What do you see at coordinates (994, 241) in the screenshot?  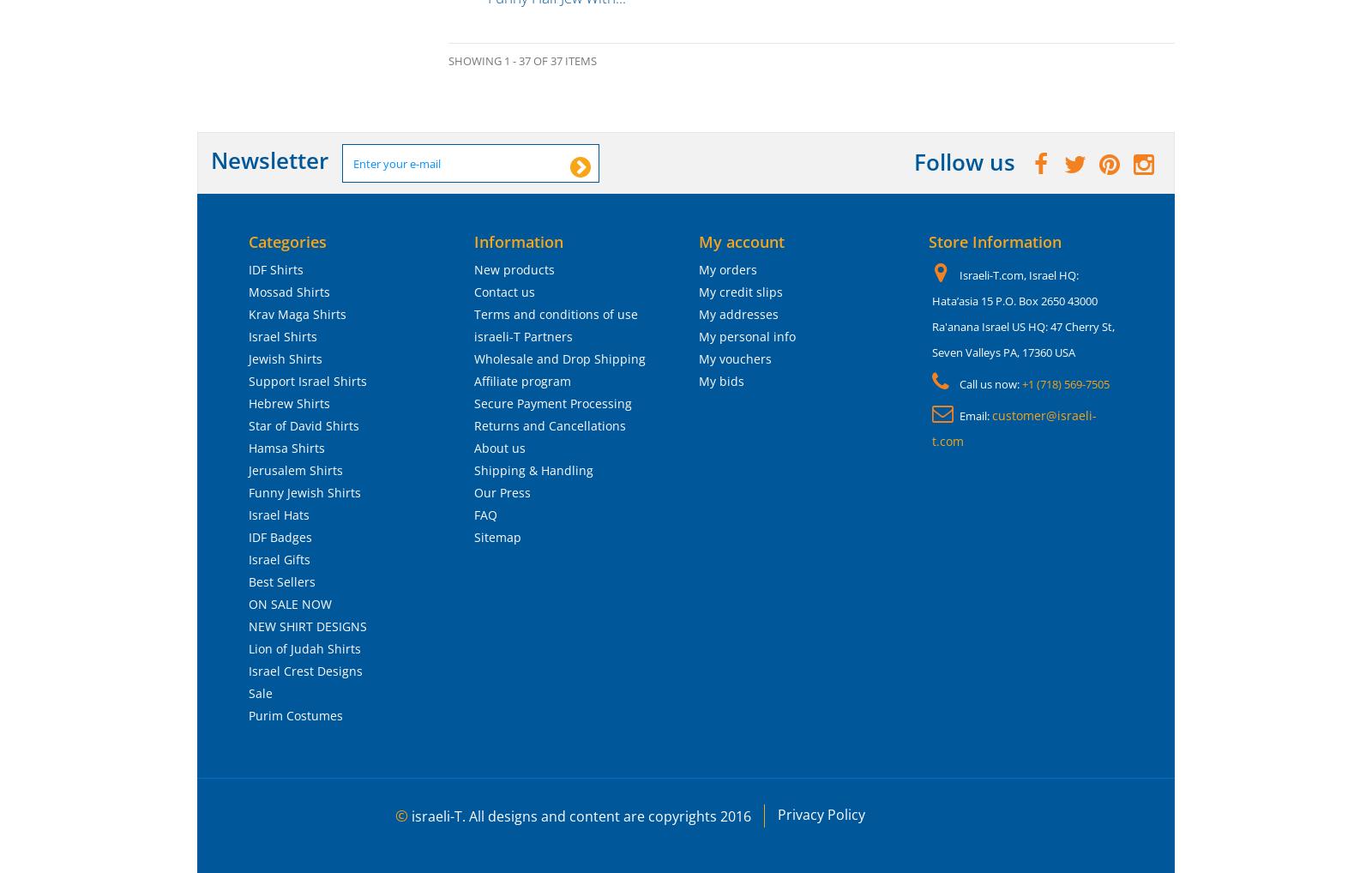 I see `'Store Information'` at bounding box center [994, 241].